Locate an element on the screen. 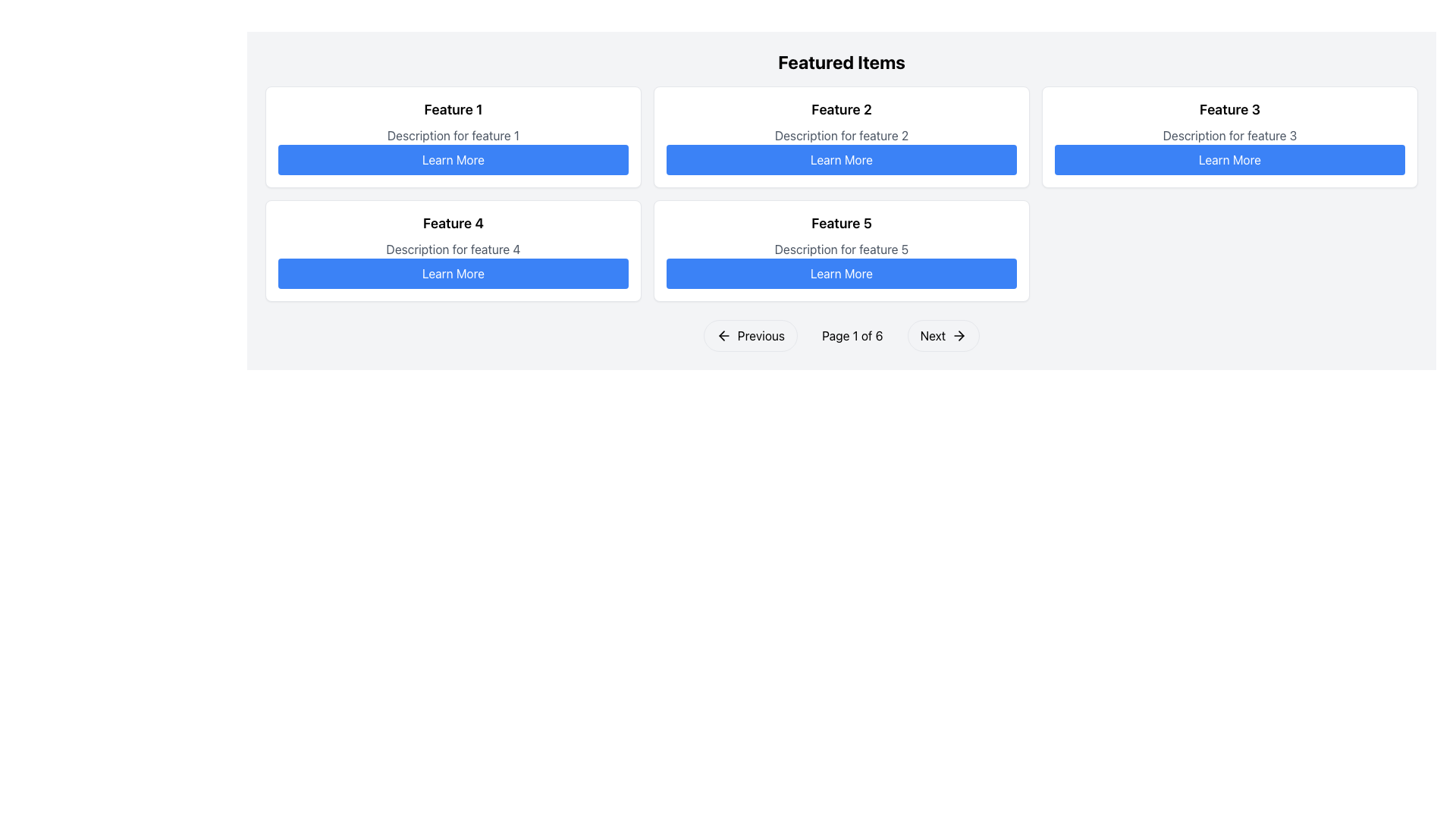  the text element displaying 'Feature 1', which serves as the header for the information below is located at coordinates (453, 109).